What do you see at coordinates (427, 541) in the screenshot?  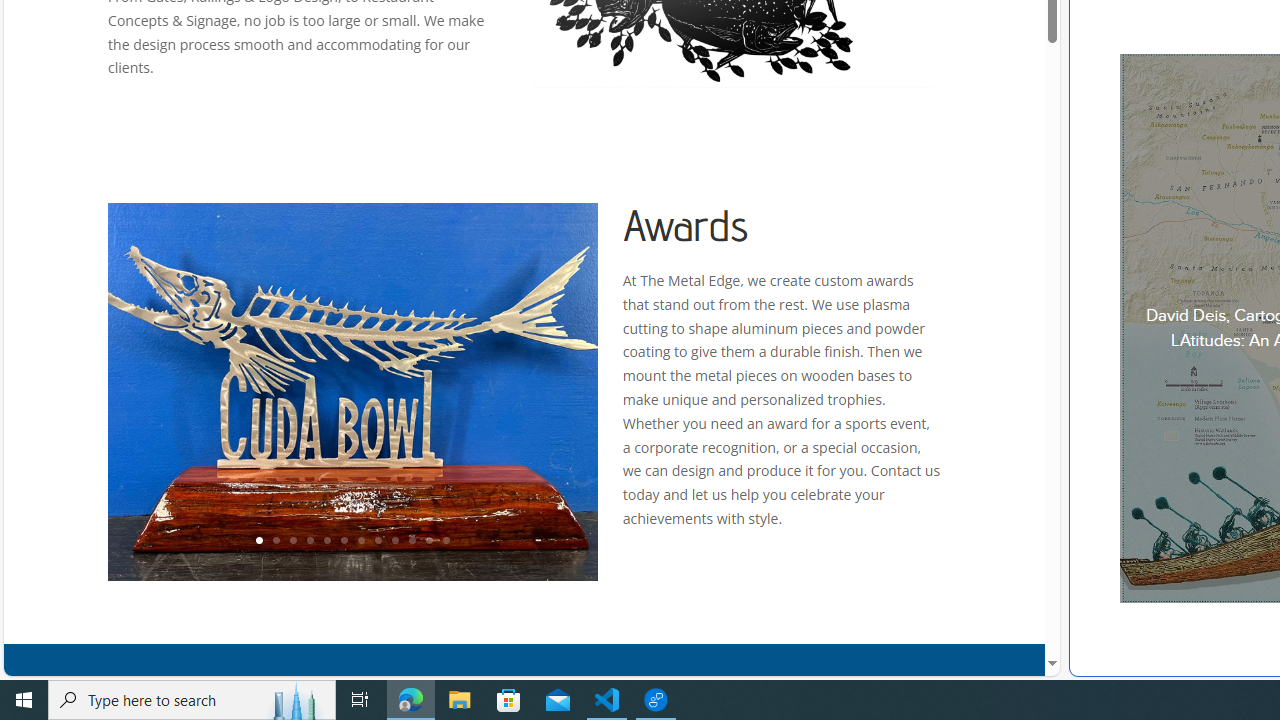 I see `'11'` at bounding box center [427, 541].